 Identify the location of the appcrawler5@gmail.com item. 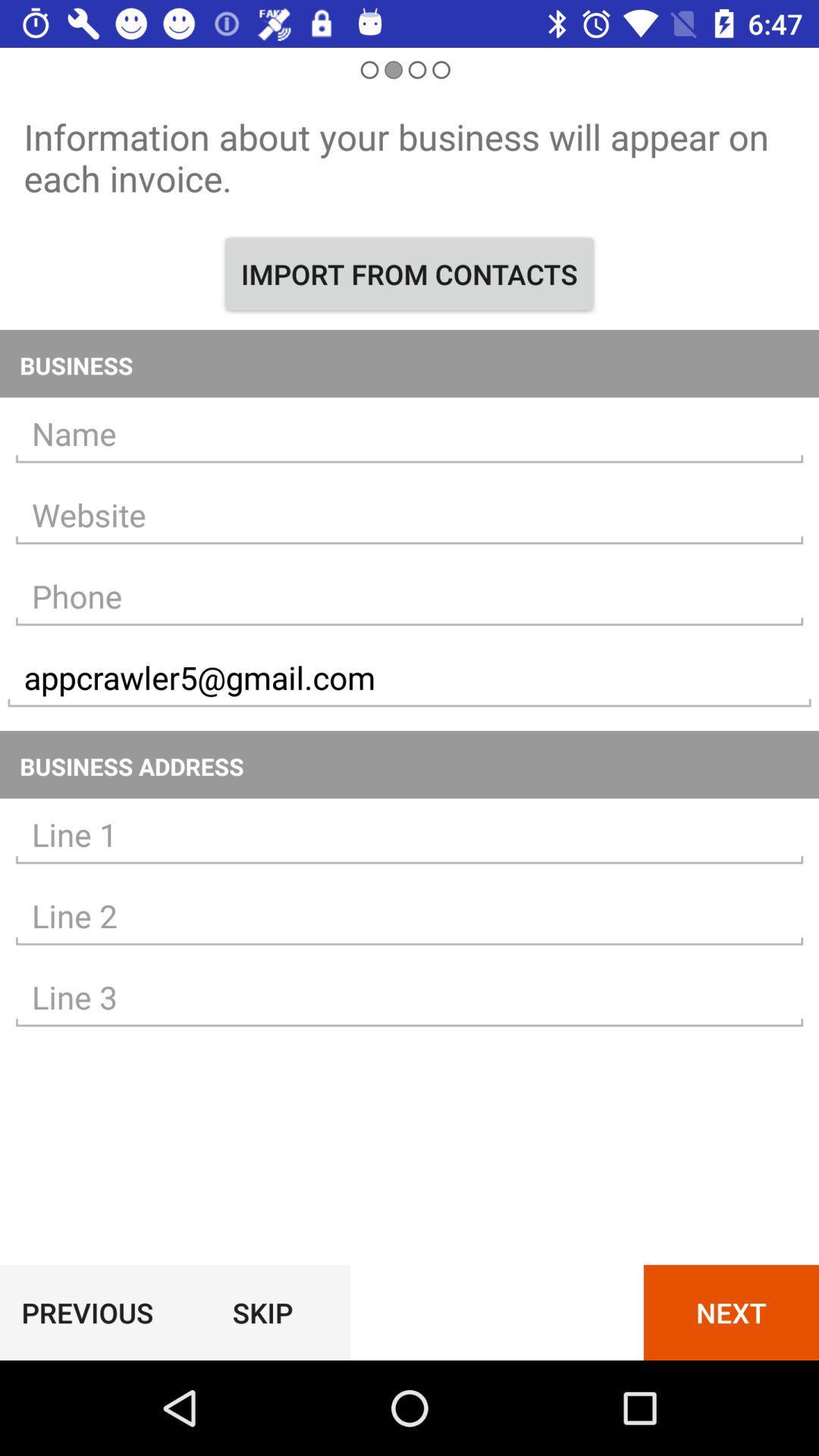
(409, 677).